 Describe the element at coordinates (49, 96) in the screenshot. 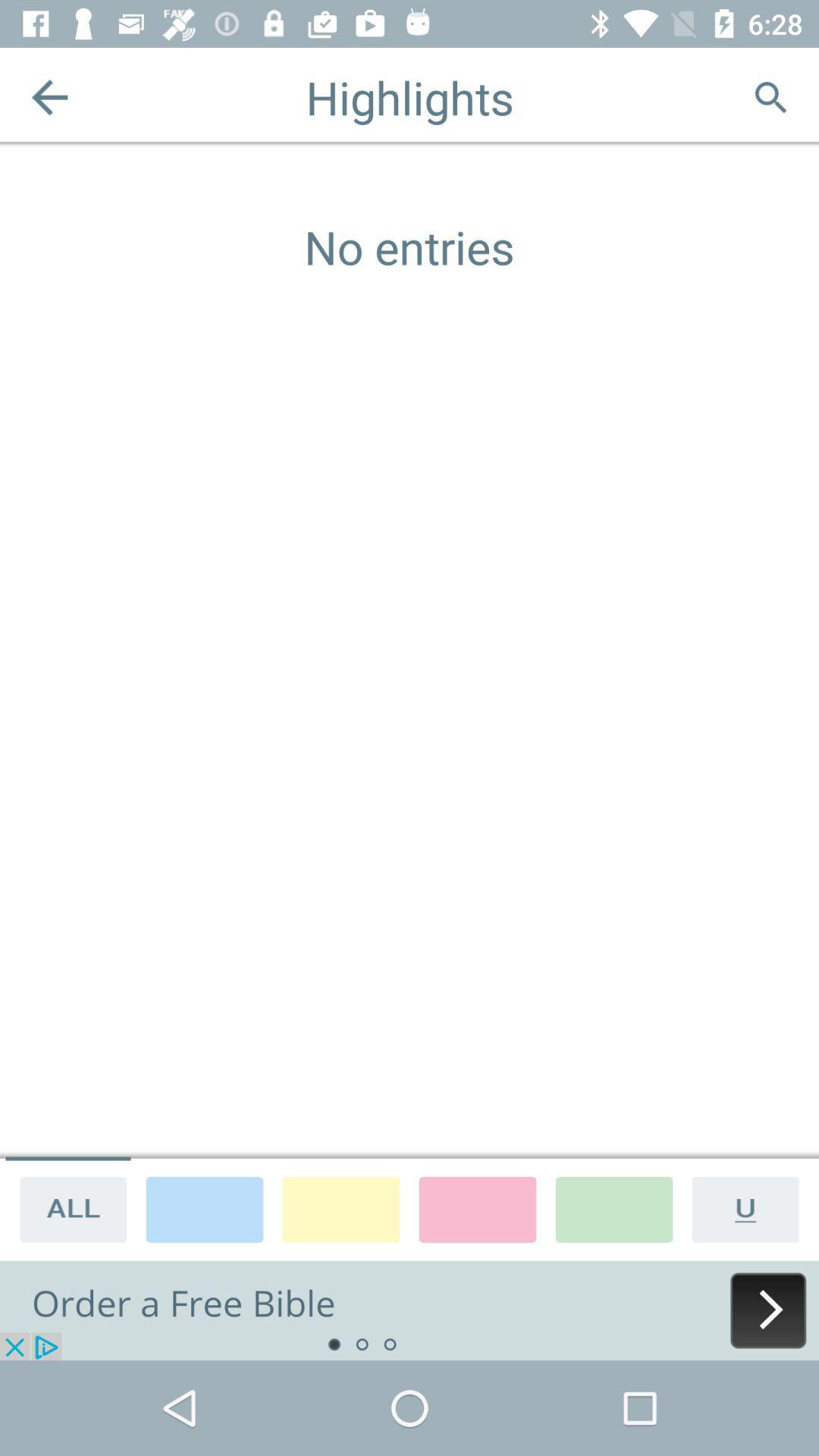

I see `the arrow_backward icon` at that location.